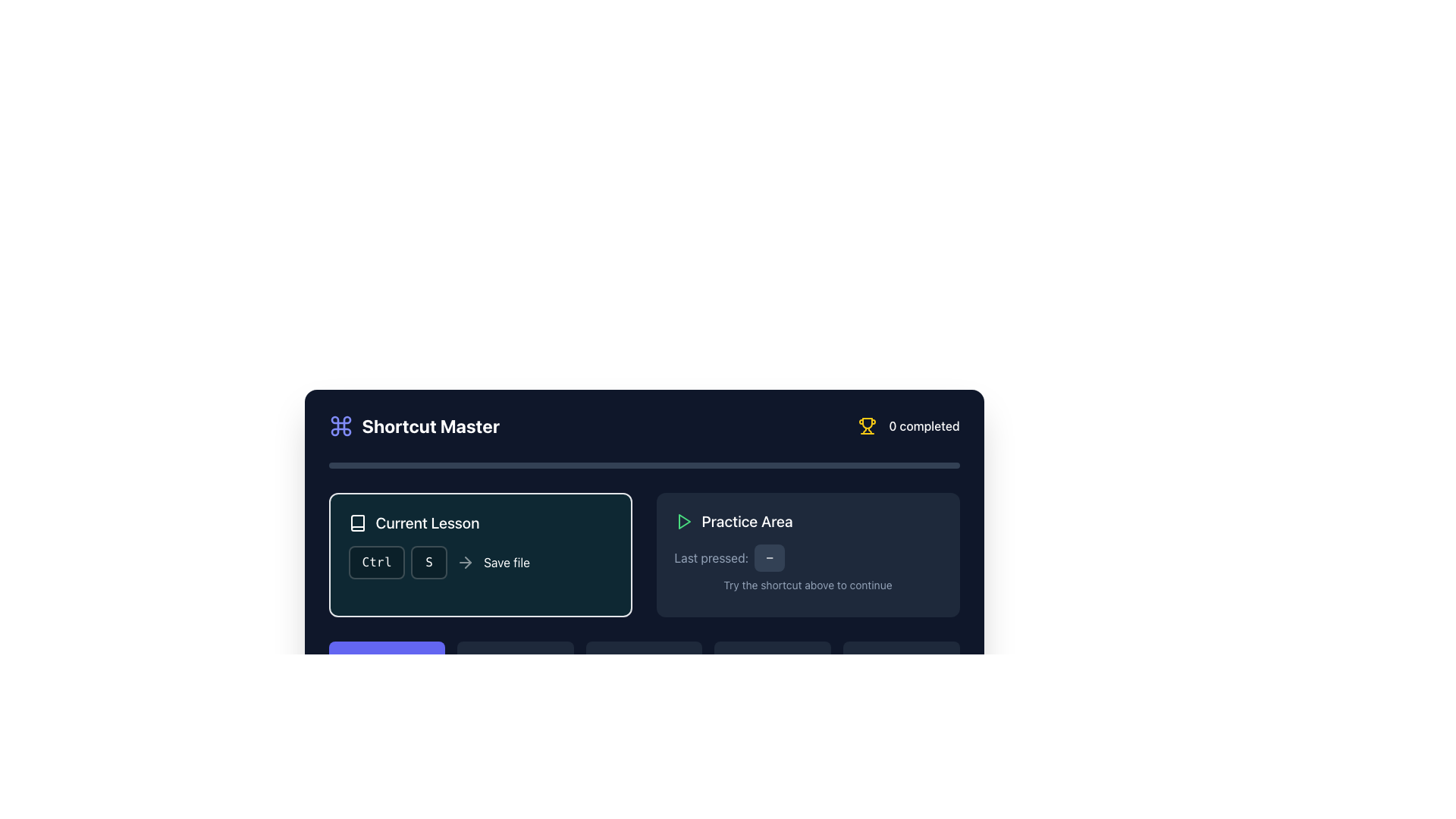  What do you see at coordinates (770, 558) in the screenshot?
I see `the Button-like label that indicates the last shortcut key pressed, located in the 'Practice Area' section adjacent to the 'Last pressed:' label` at bounding box center [770, 558].